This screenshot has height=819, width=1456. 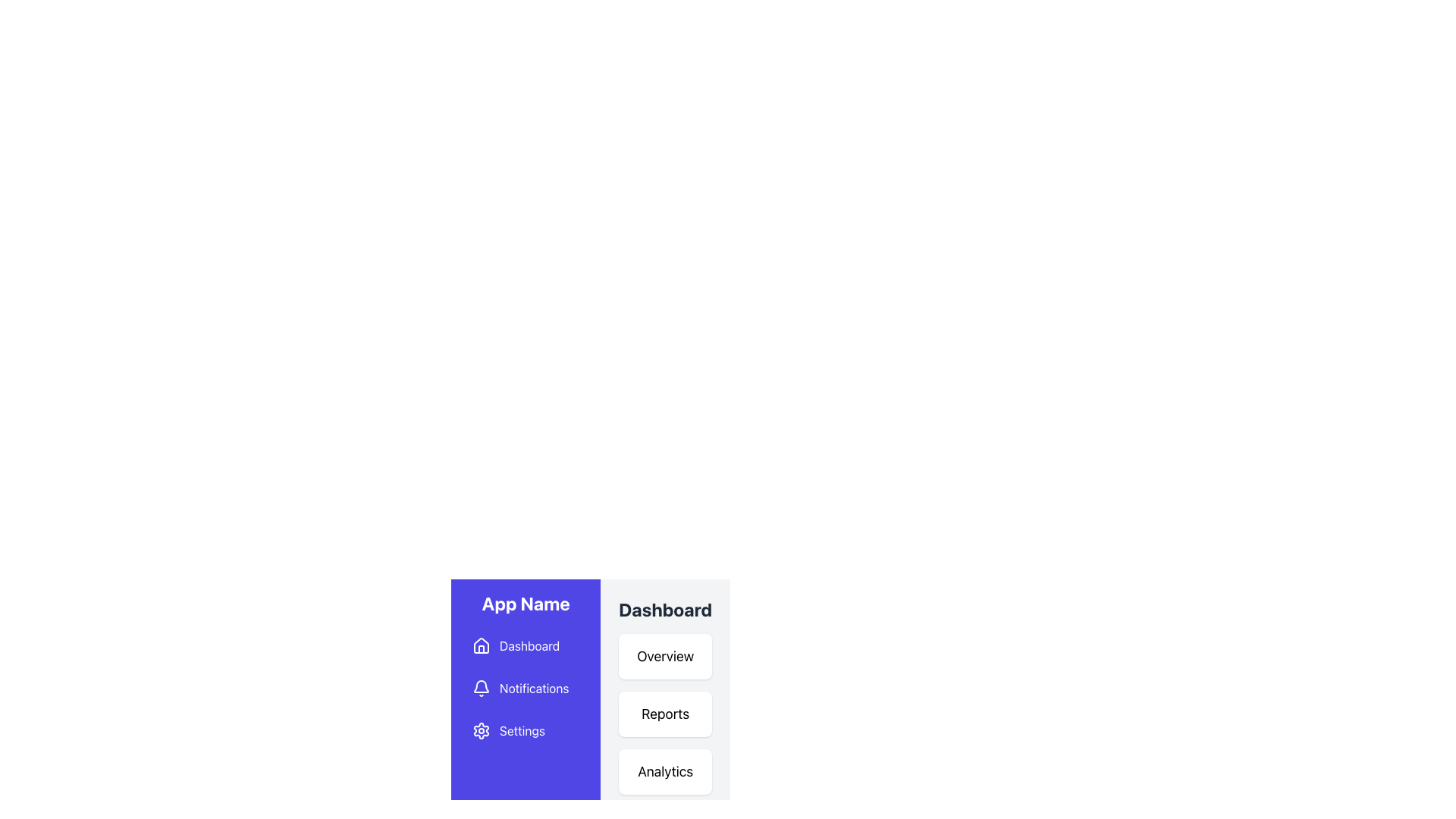 I want to click on the notifications menu item, which is the second item in the vertical navigation menu located in the left panel, positioned below 'Dashboard' and above 'Settings', so click(x=526, y=688).